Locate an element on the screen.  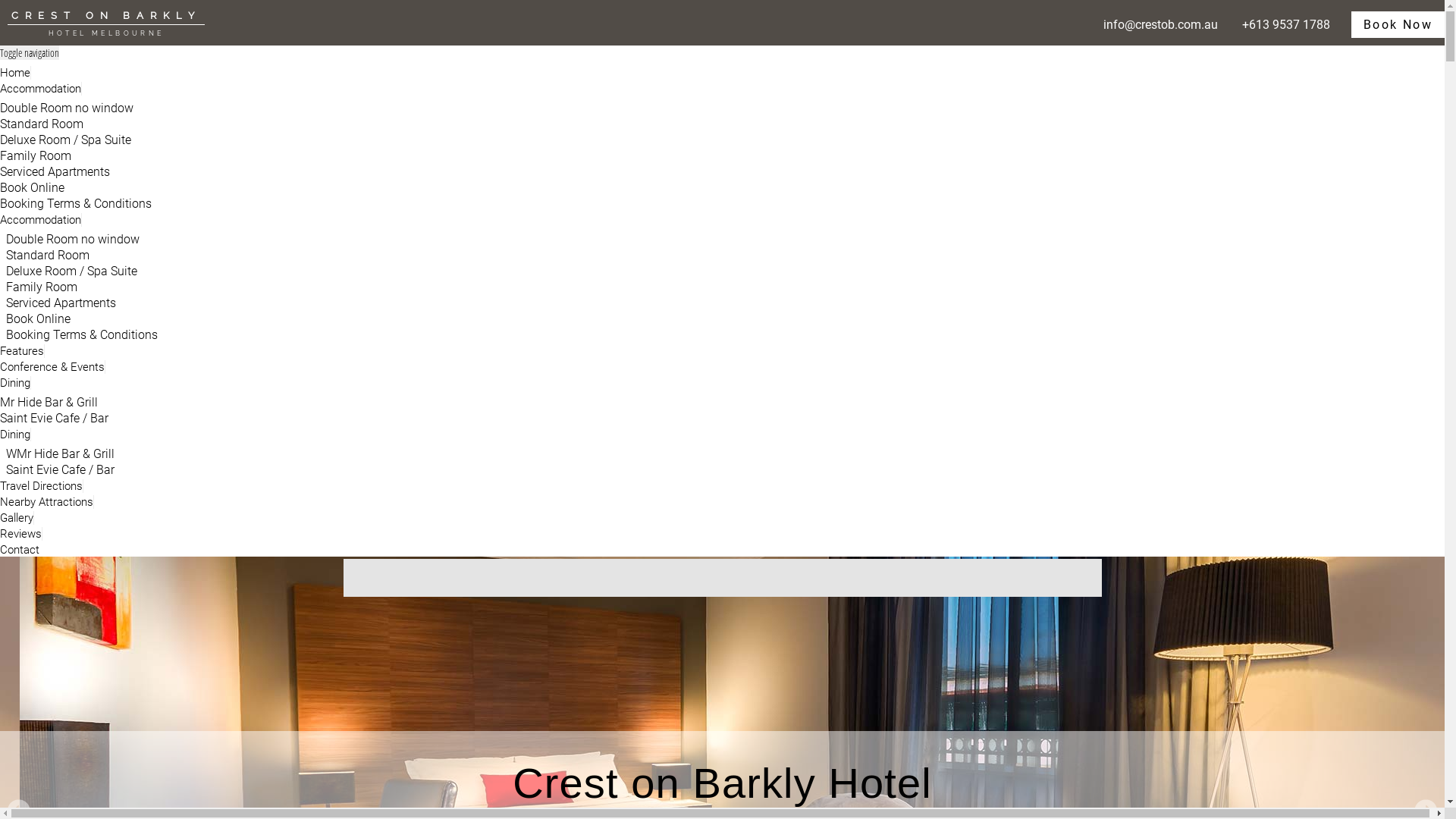
'info@crestob.com.au' is located at coordinates (1100, 24).